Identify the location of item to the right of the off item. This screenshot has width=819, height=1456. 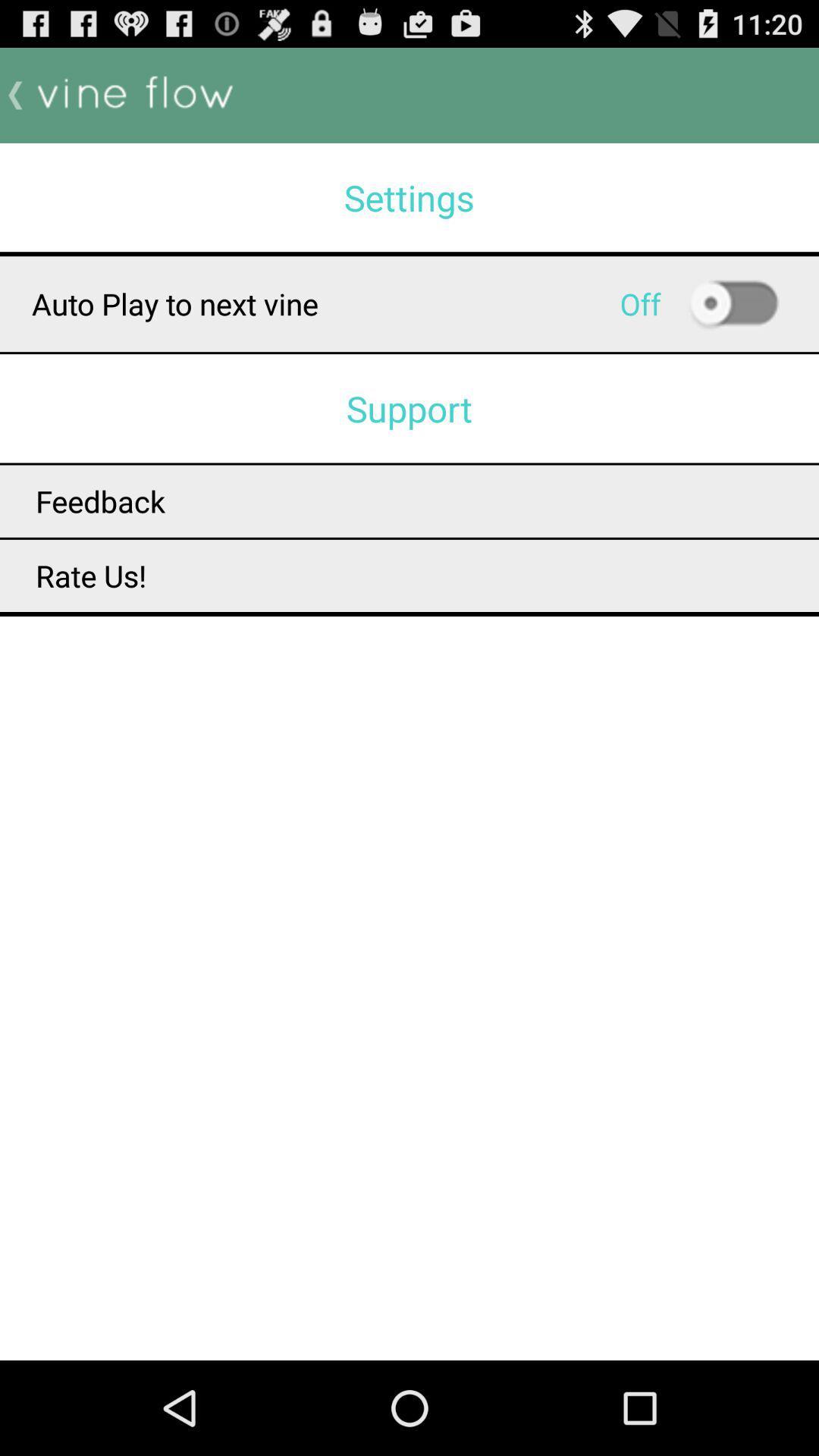
(733, 303).